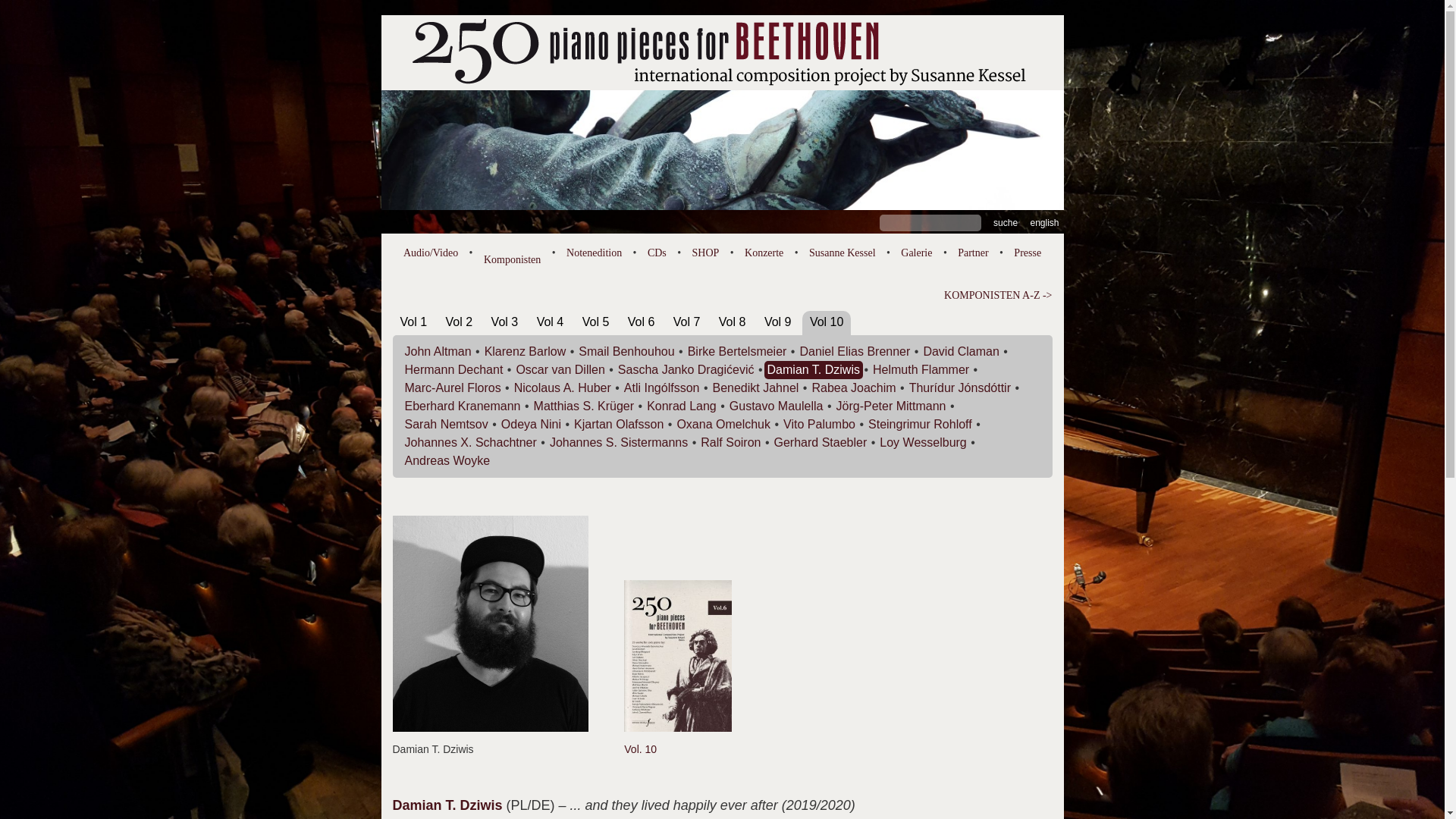  Describe the element at coordinates (737, 351) in the screenshot. I see `'Birke Bertelsmeier'` at that location.